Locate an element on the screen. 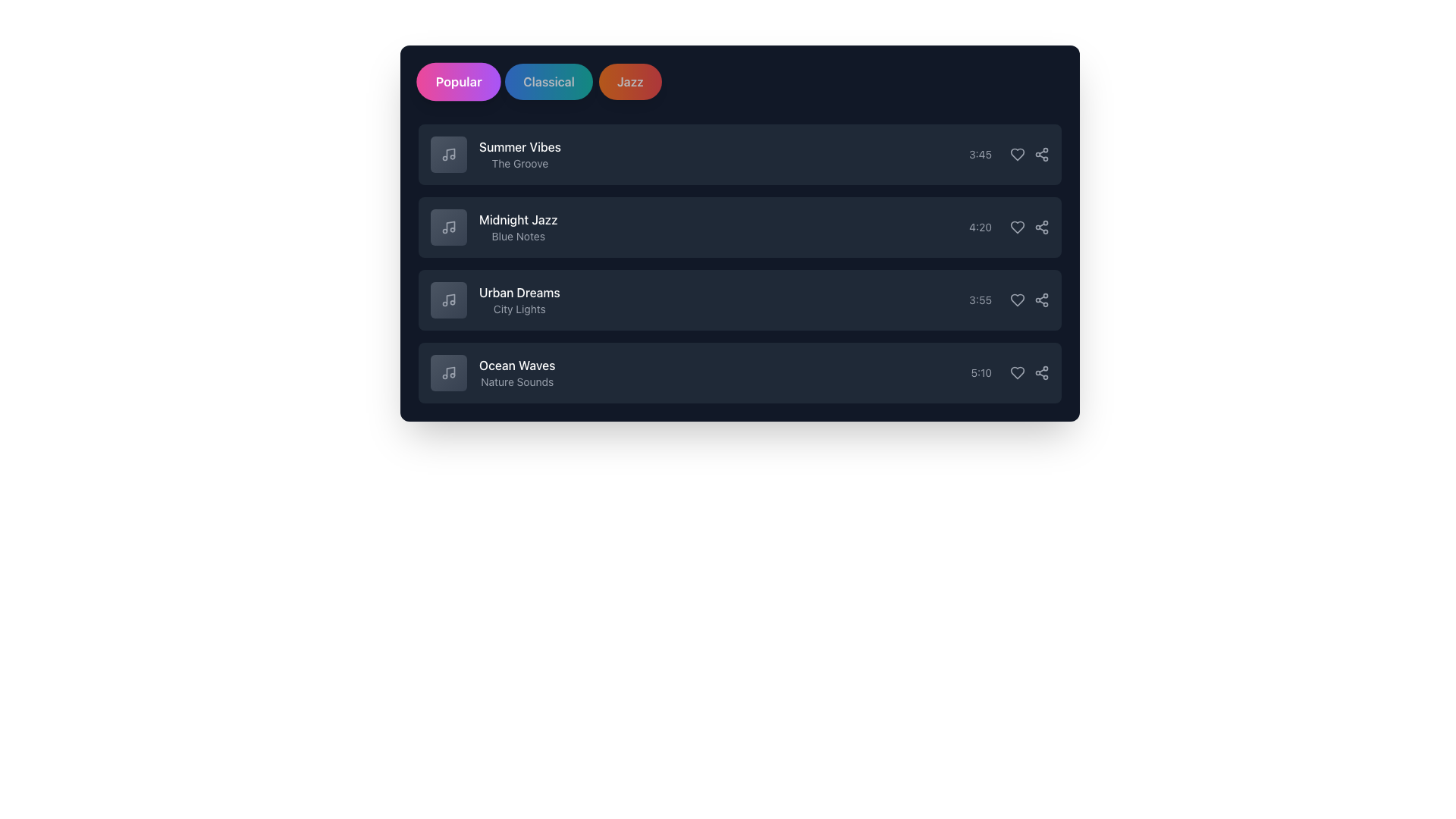  the sharing button, which is a small icon resembling a sharing structure located in the control bar of the 'Urban Dreams' list item is located at coordinates (1040, 300).